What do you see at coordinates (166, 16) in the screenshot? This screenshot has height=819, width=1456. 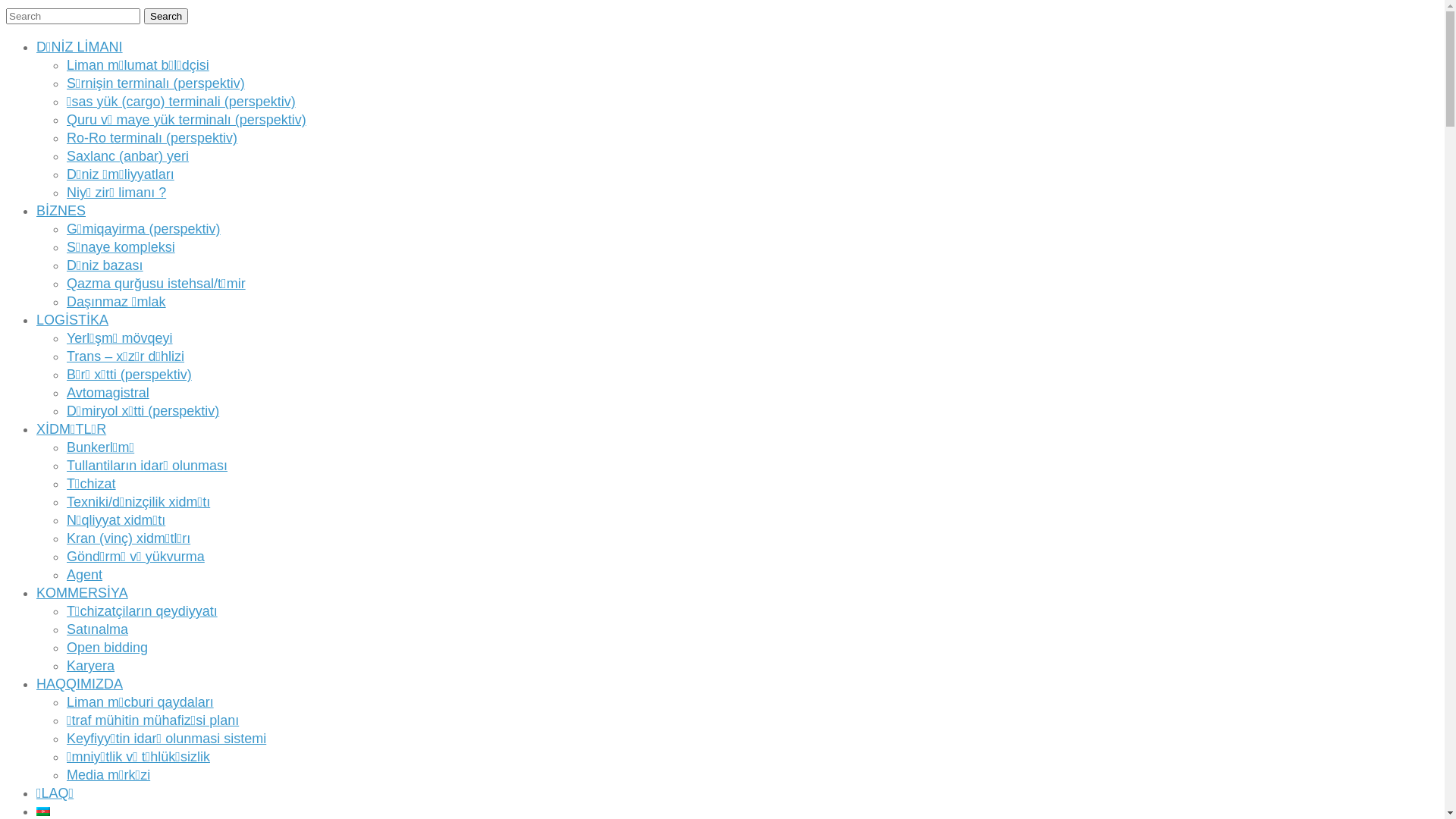 I see `'Search'` at bounding box center [166, 16].